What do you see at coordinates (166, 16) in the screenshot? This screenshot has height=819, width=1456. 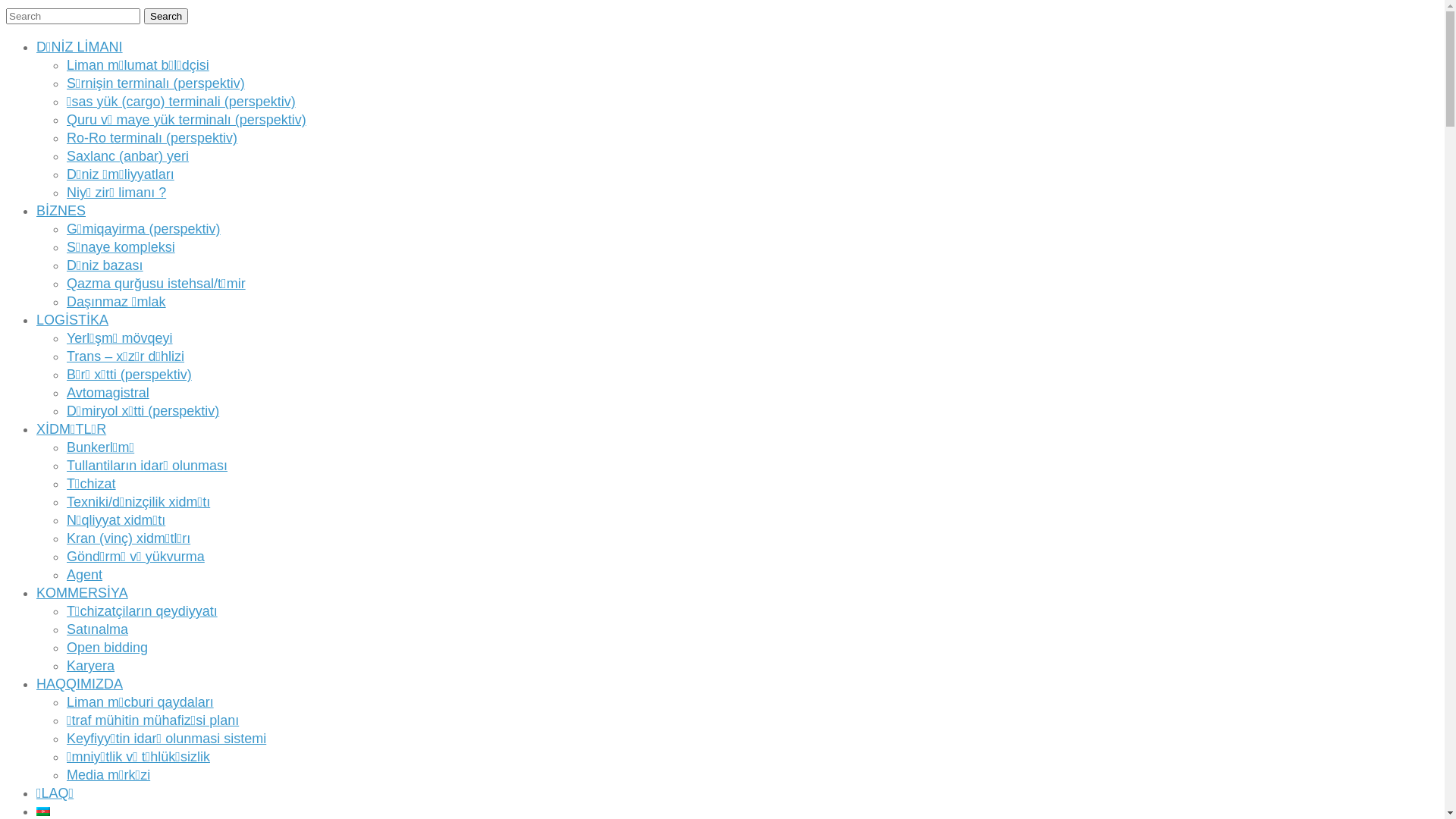 I see `'Search'` at bounding box center [166, 16].